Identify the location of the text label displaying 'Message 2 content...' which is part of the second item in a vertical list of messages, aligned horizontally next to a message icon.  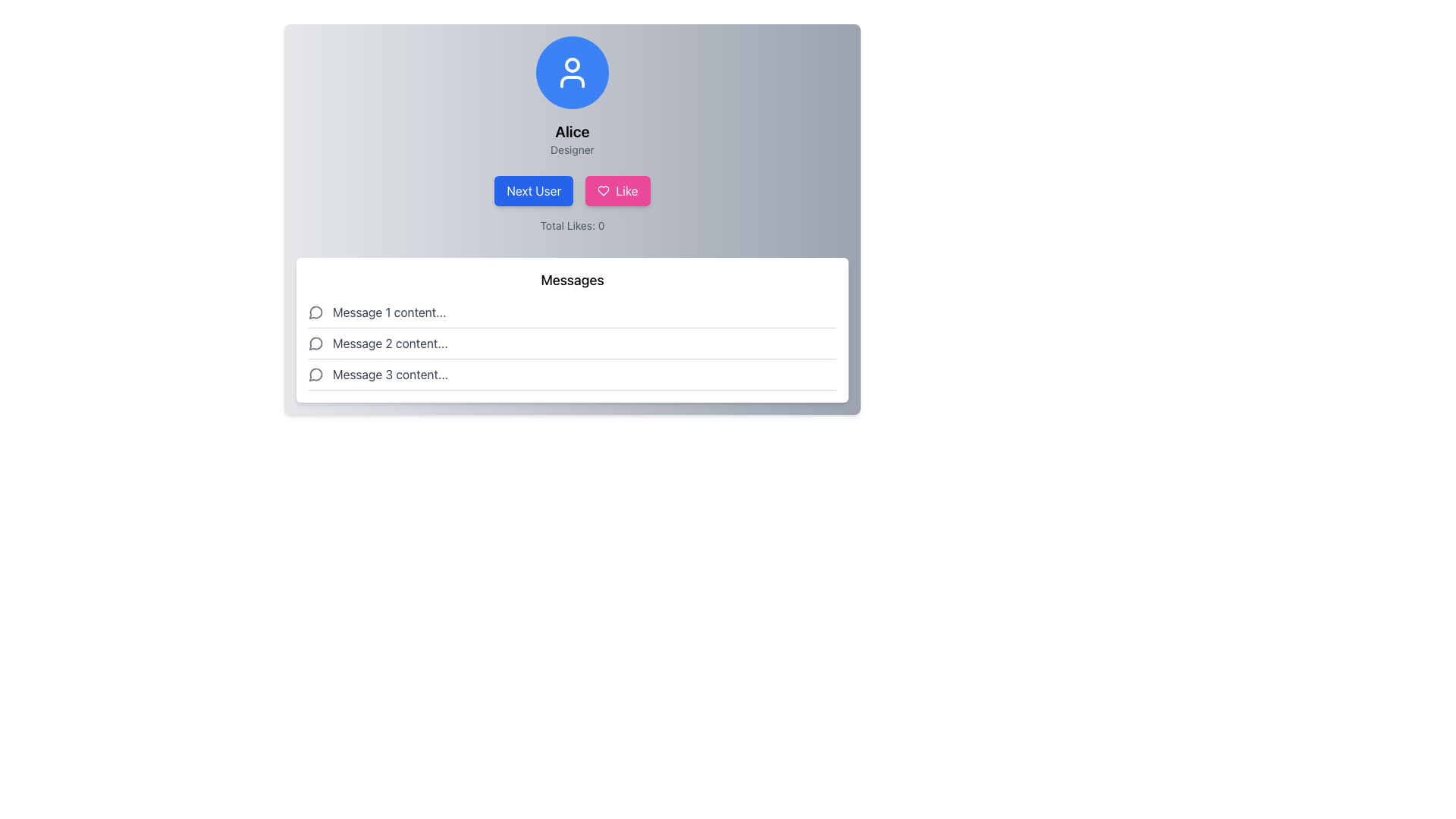
(390, 343).